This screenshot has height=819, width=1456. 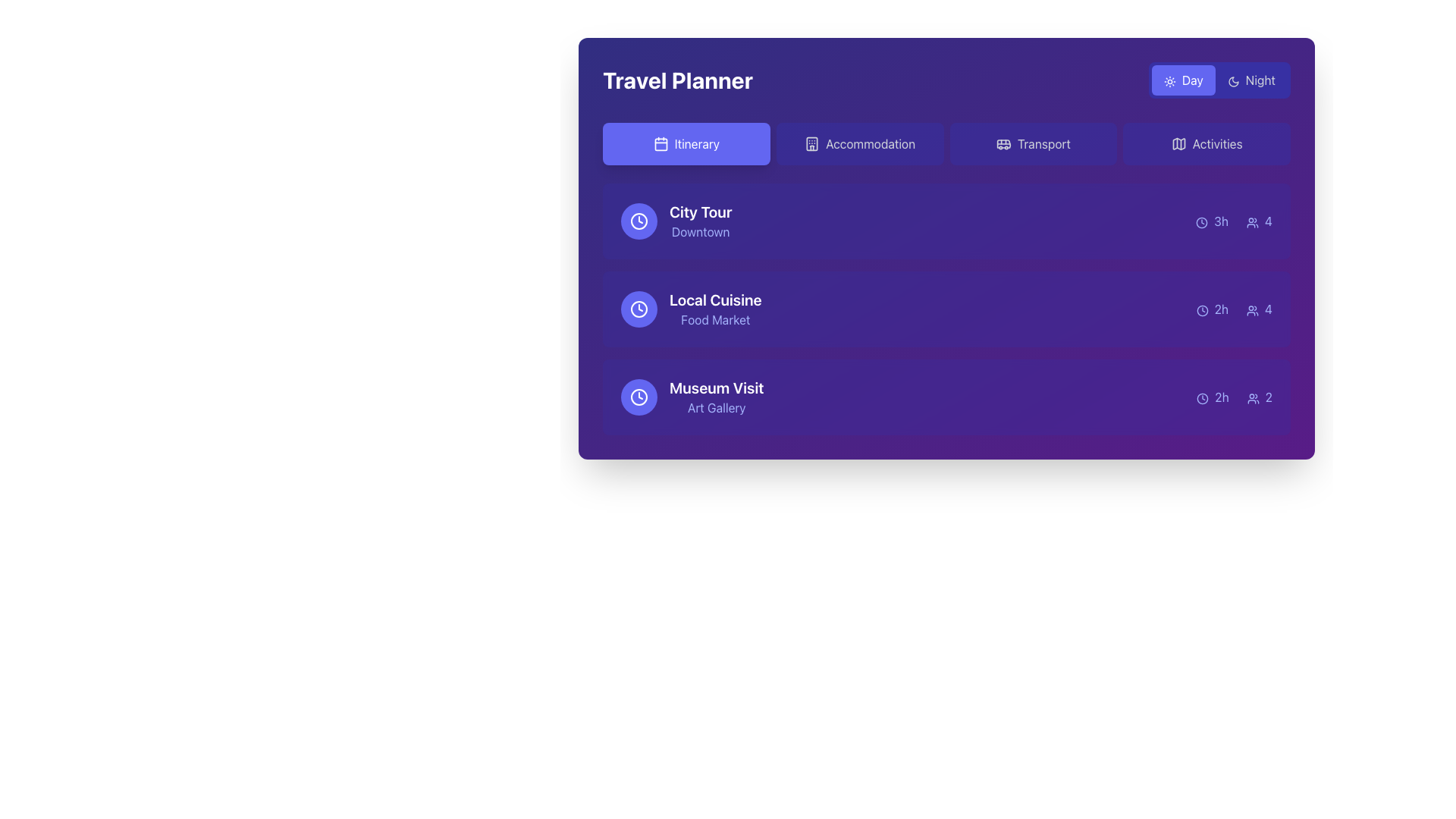 I want to click on the 'Museum Visit' text label which is the third item in a vertical list within a purple panel, displaying 'Museum Visit' in white bold font and 'Art Gallery' in light purple smaller font, so click(x=716, y=397).